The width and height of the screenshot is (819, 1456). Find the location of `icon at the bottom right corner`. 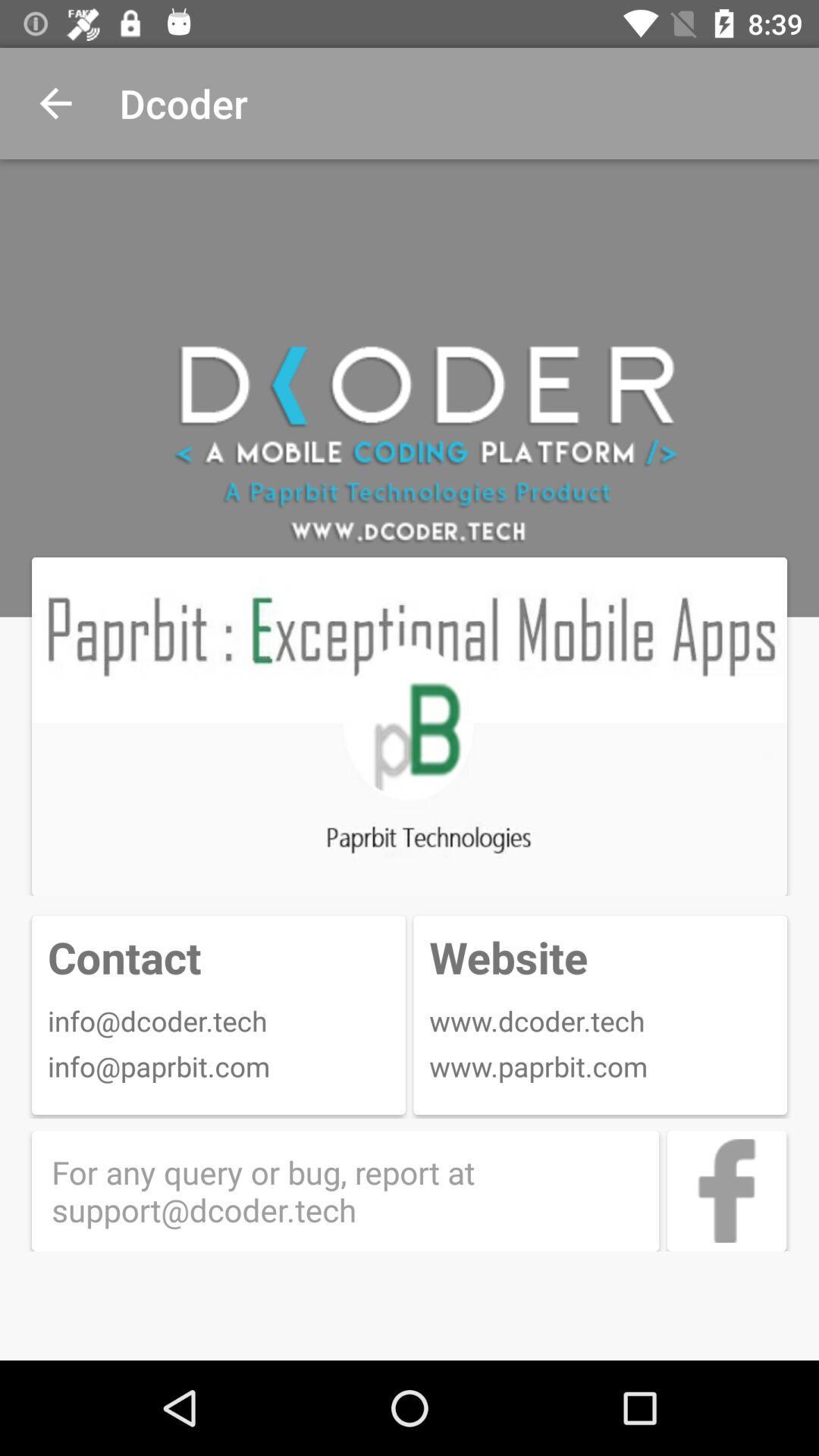

icon at the bottom right corner is located at coordinates (726, 1190).